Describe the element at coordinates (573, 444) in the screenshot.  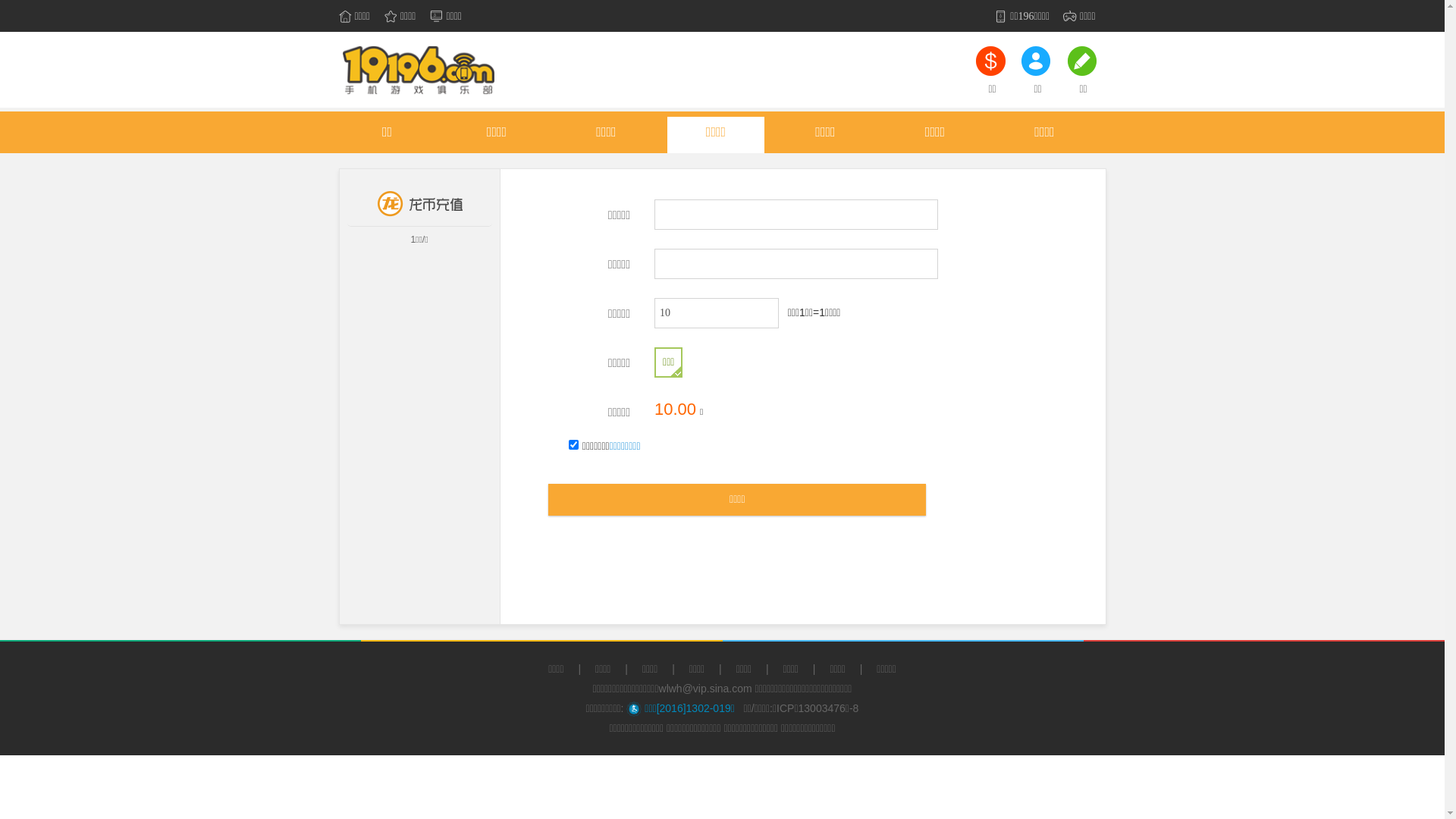
I see `'1'` at that location.